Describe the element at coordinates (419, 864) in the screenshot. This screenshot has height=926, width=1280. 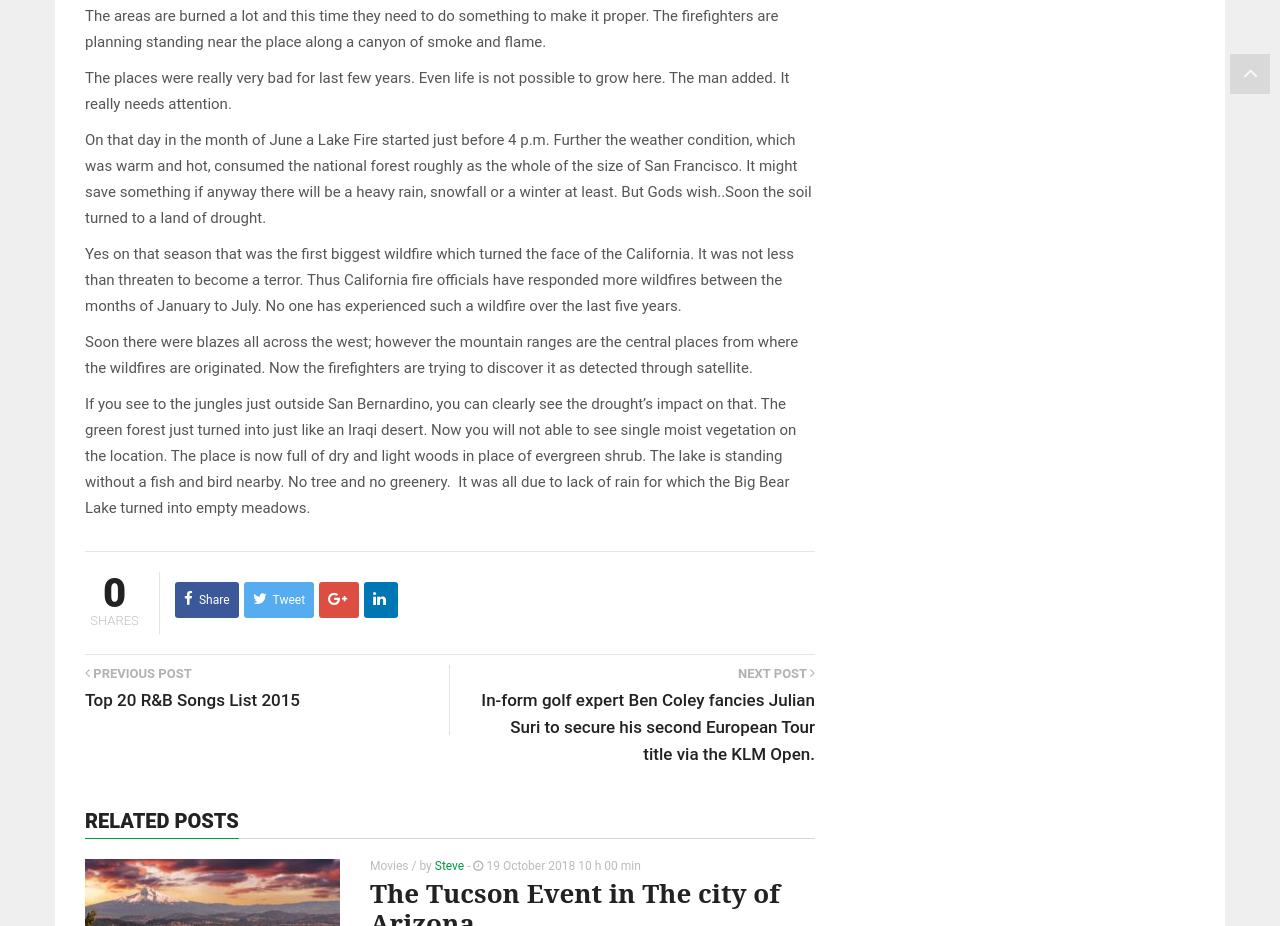
I see `'/ by'` at that location.